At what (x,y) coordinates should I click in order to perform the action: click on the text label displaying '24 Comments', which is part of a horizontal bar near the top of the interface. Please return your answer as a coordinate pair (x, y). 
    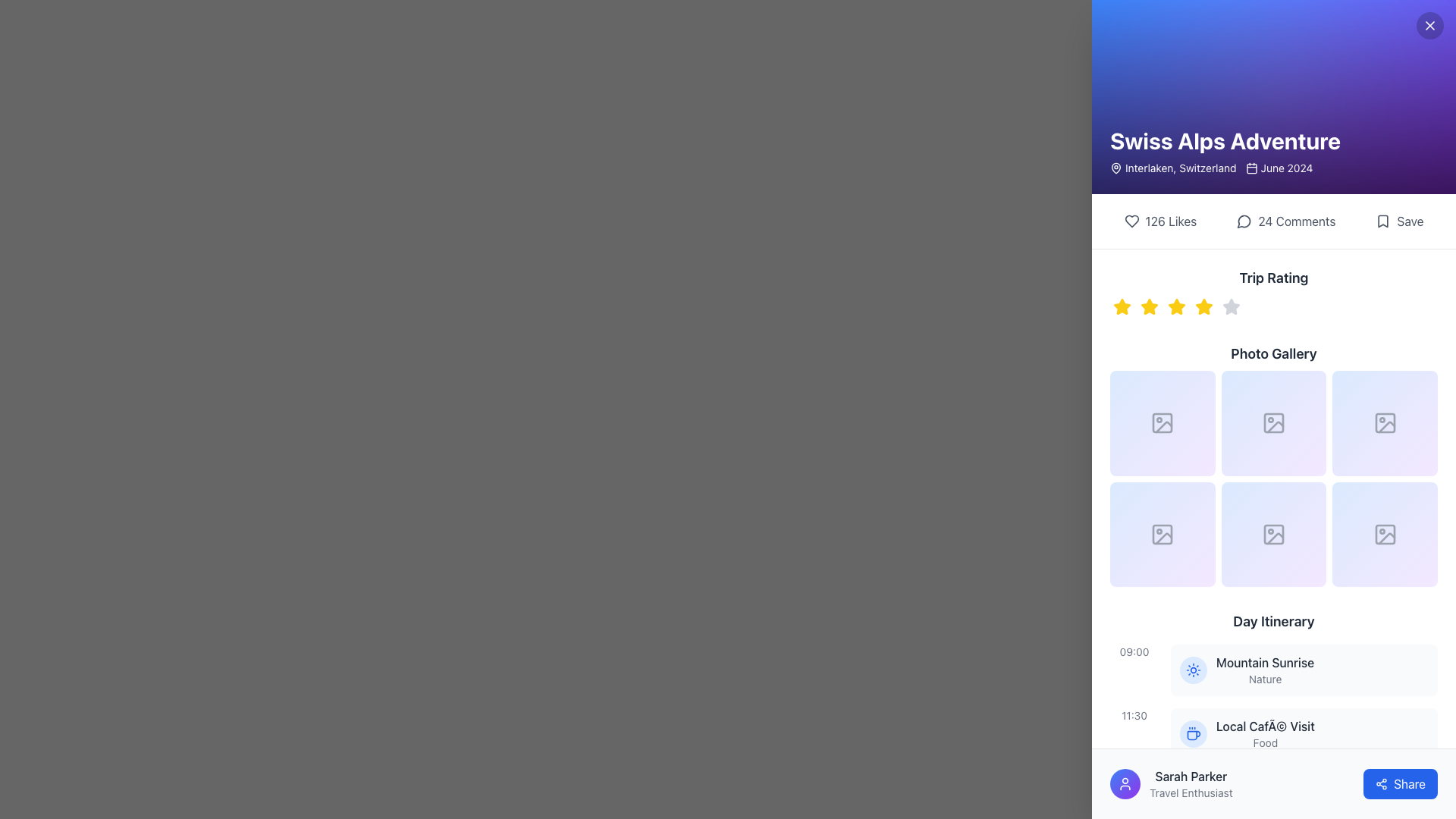
    Looking at the image, I should click on (1296, 221).